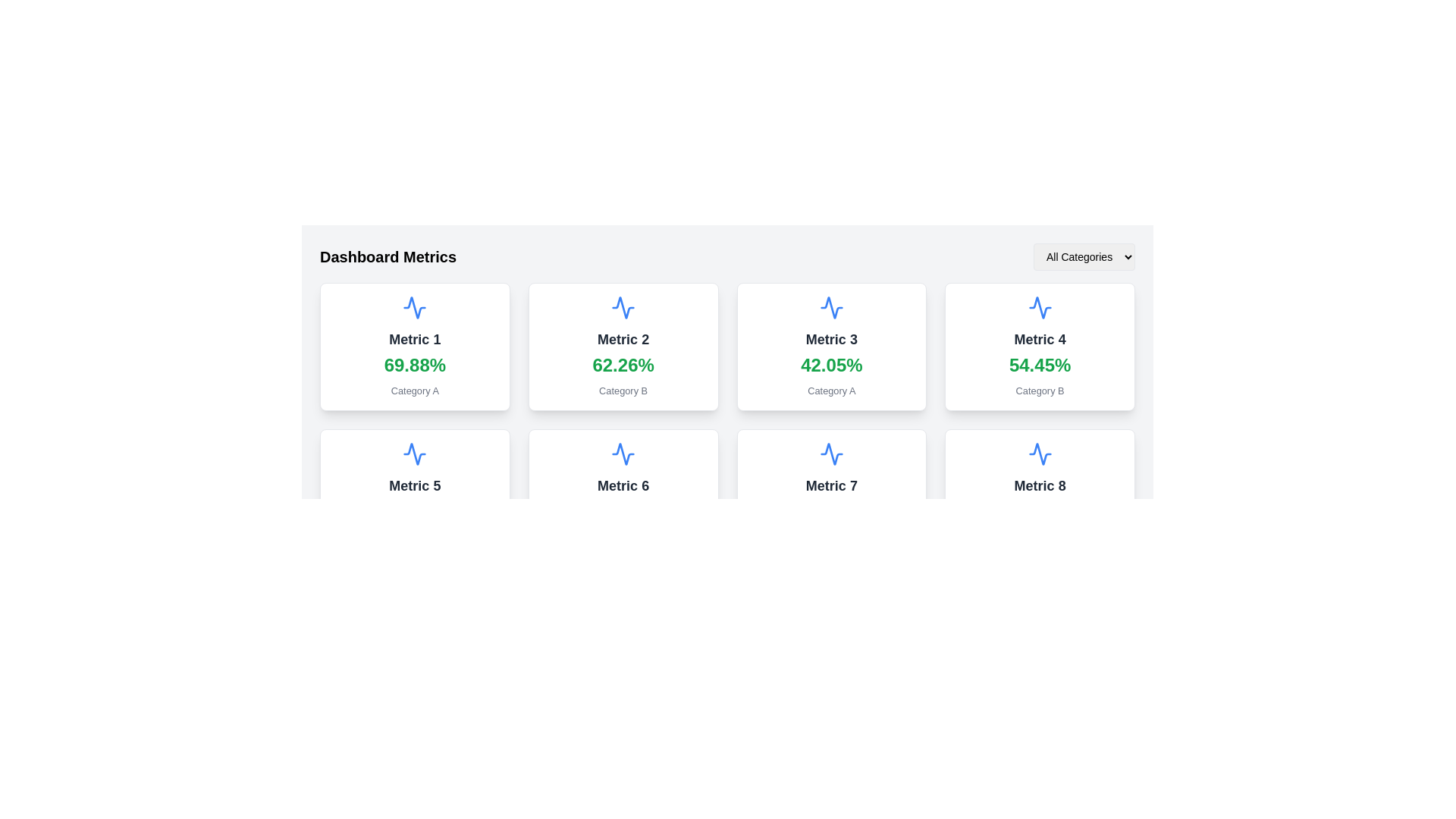 Image resolution: width=1456 pixels, height=819 pixels. What do you see at coordinates (415, 307) in the screenshot?
I see `the blue activity waveform icon located at the top of the 'Metric 1' card with the value '69.88%'` at bounding box center [415, 307].